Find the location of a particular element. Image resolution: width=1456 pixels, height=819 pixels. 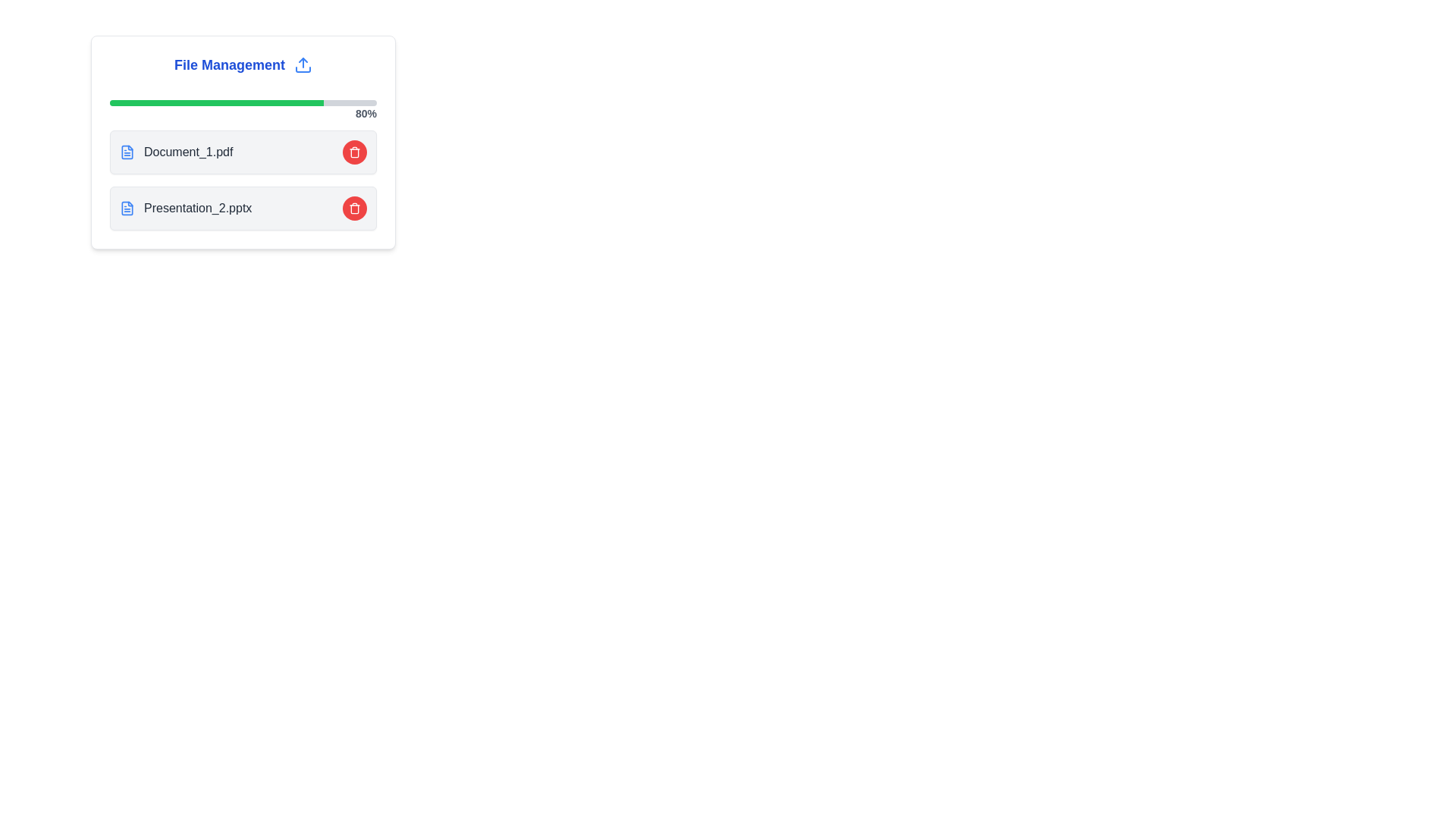

the document icon with a blue outline, which is positioned to the left of the 'Document_1.pdf' text is located at coordinates (127, 152).